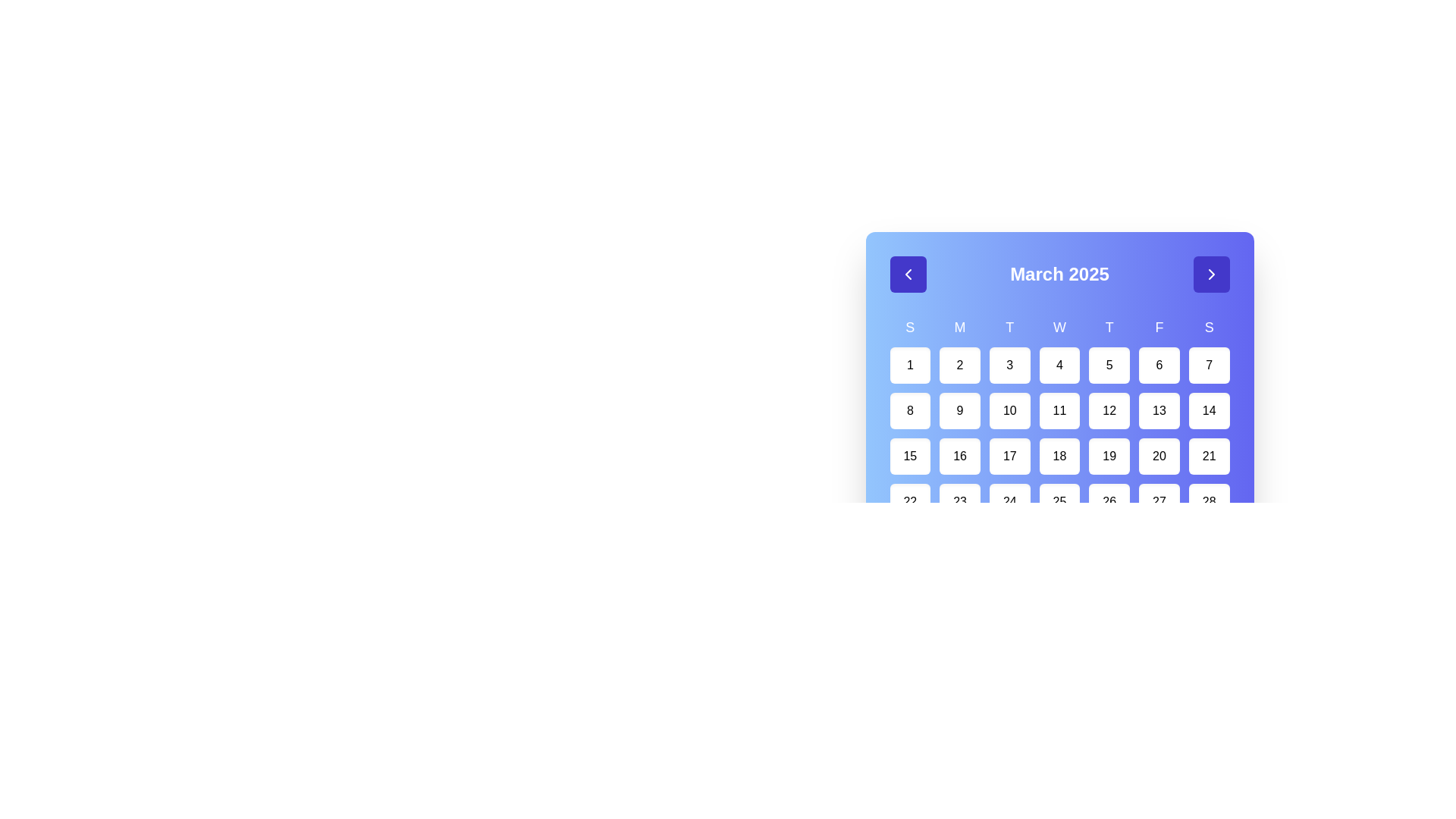  Describe the element at coordinates (1158, 502) in the screenshot. I see `the calendar button marked with '27' located in the Friday column, fourth row` at that location.